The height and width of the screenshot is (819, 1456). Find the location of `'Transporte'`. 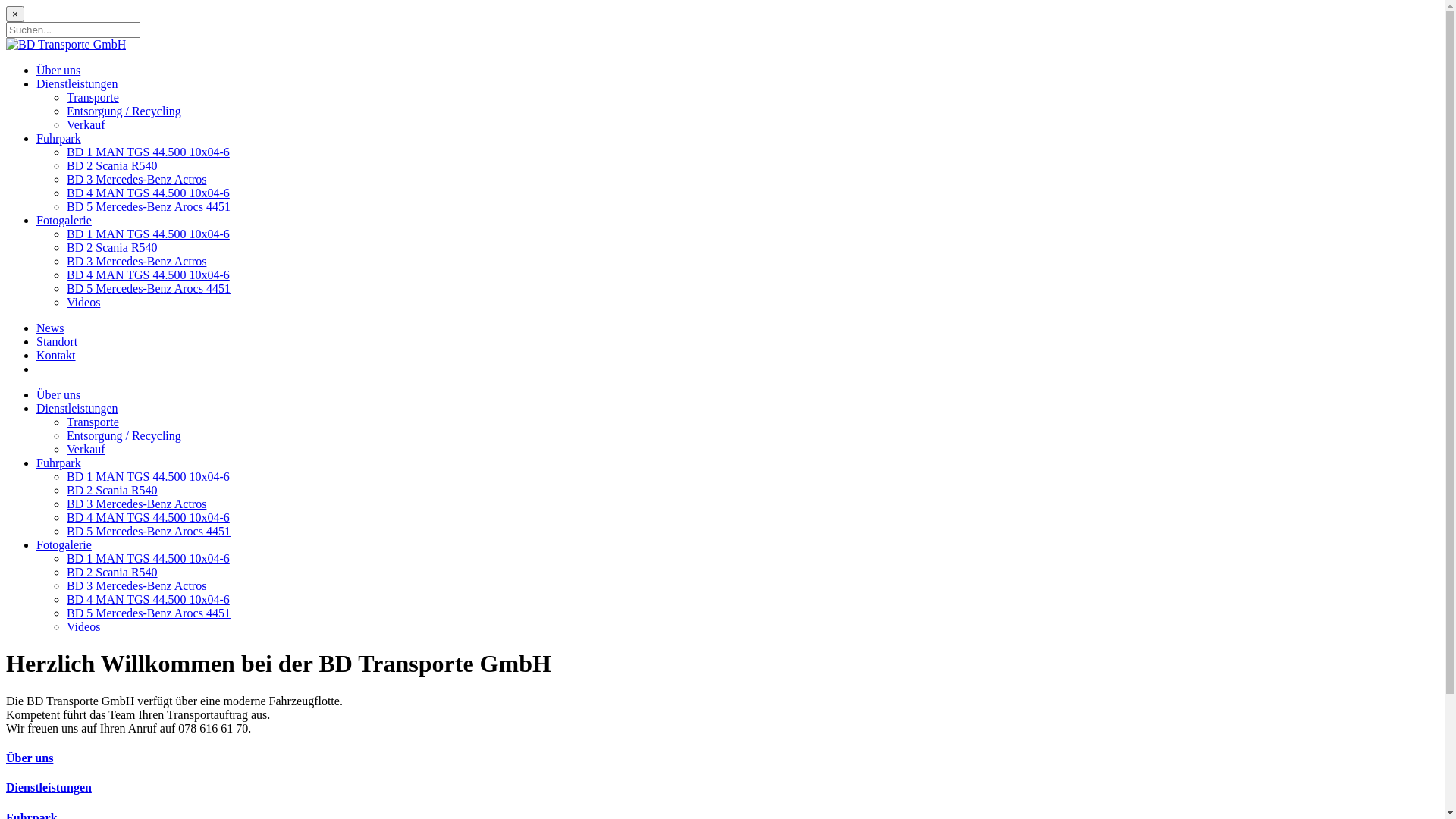

'Transporte' is located at coordinates (92, 97).